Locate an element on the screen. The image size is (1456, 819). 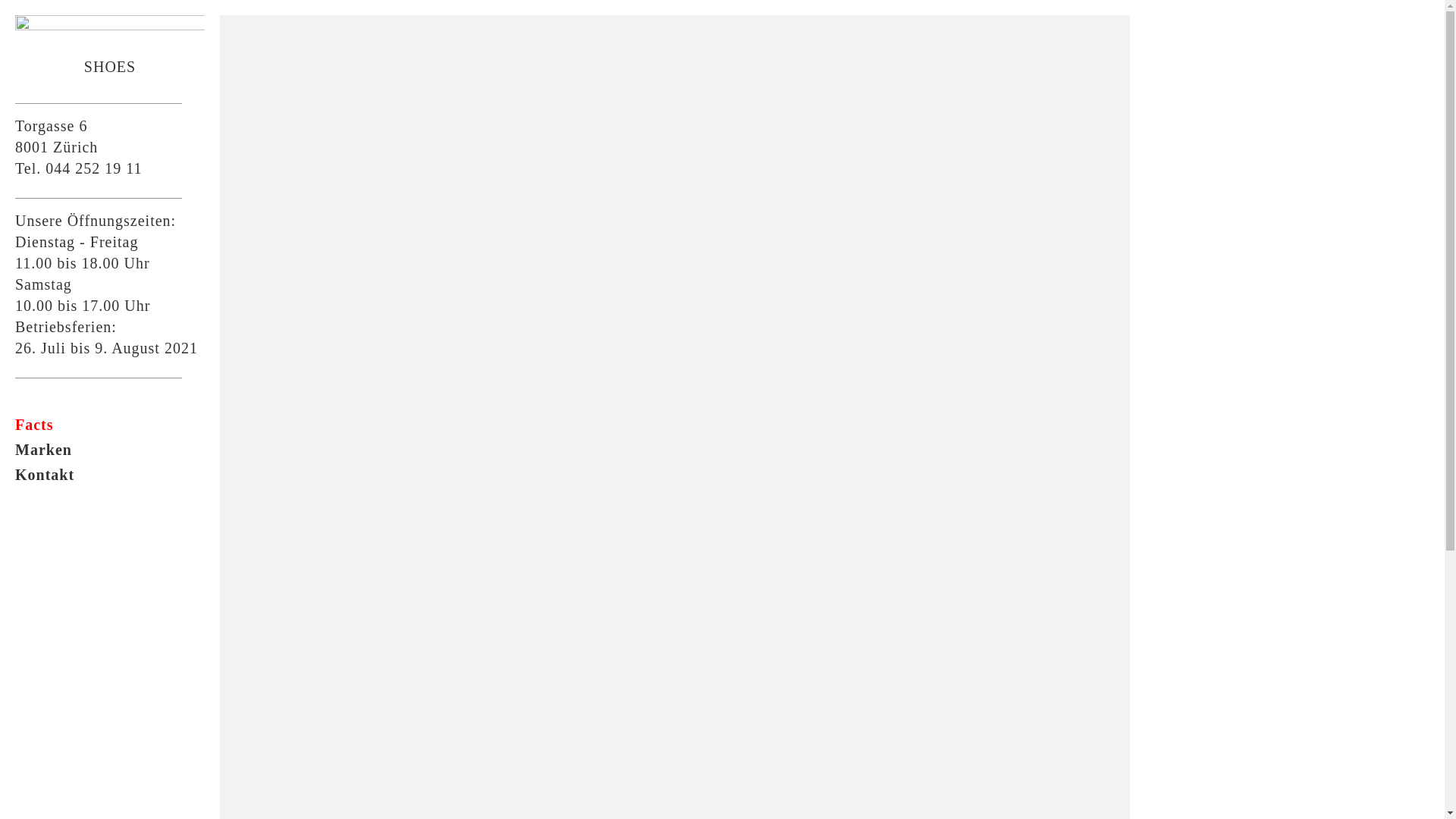
'Facts' is located at coordinates (14, 425).